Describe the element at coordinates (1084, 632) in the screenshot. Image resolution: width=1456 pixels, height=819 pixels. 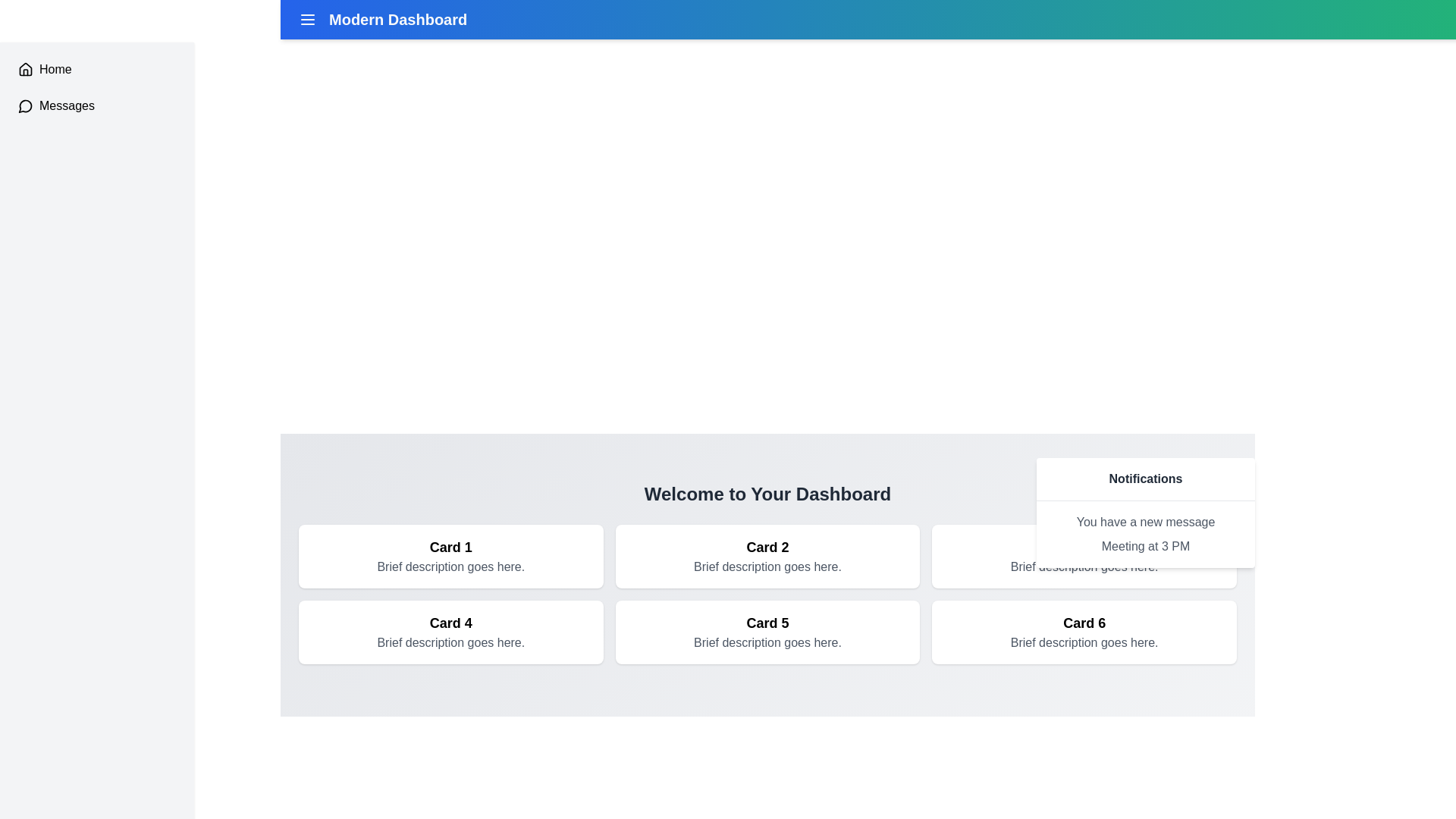
I see `the rectangular card labeled 'Card 6' with a white background, located at the bottom-right corner of the grid layout` at that location.